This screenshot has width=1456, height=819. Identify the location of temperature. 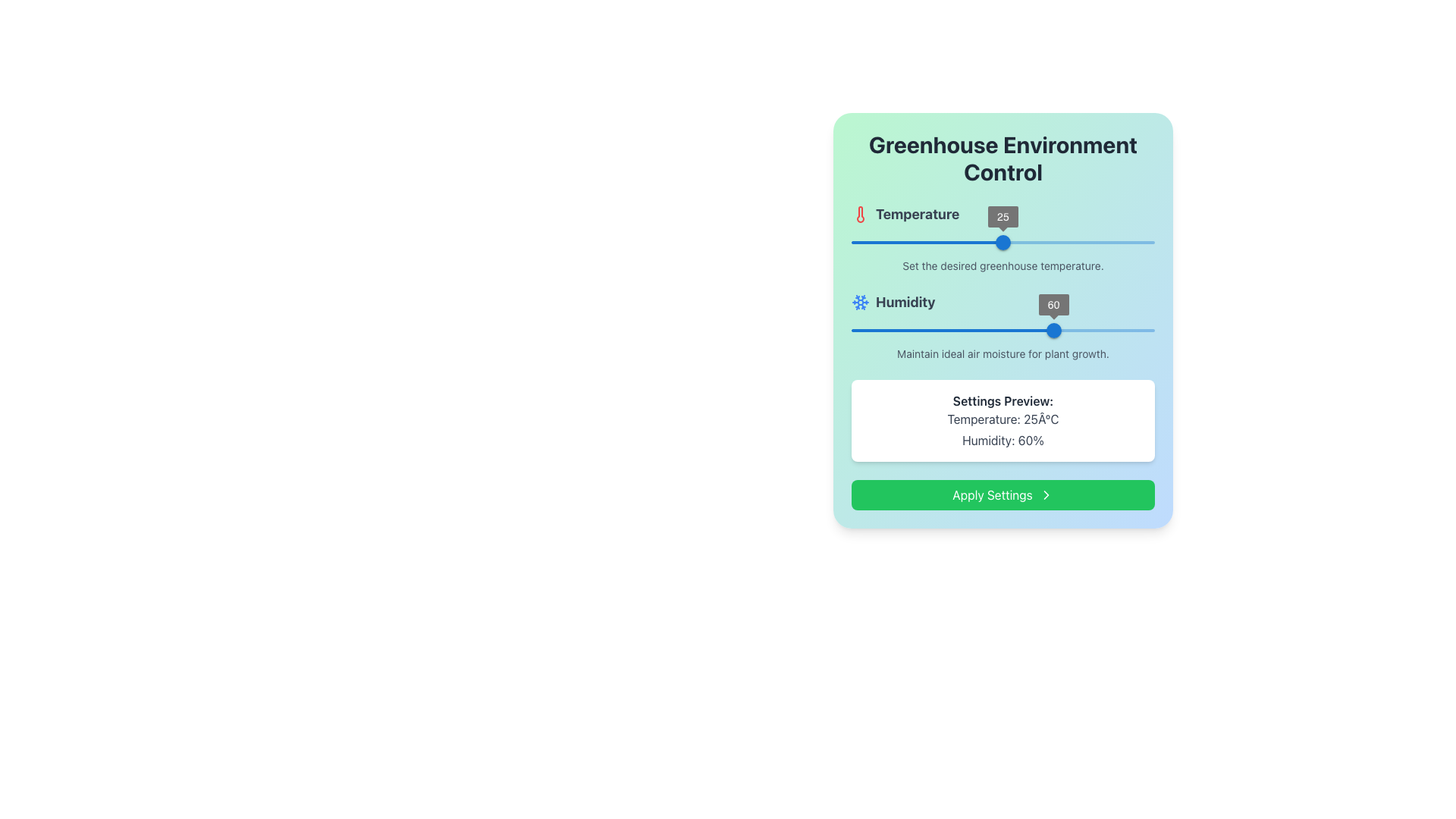
(883, 242).